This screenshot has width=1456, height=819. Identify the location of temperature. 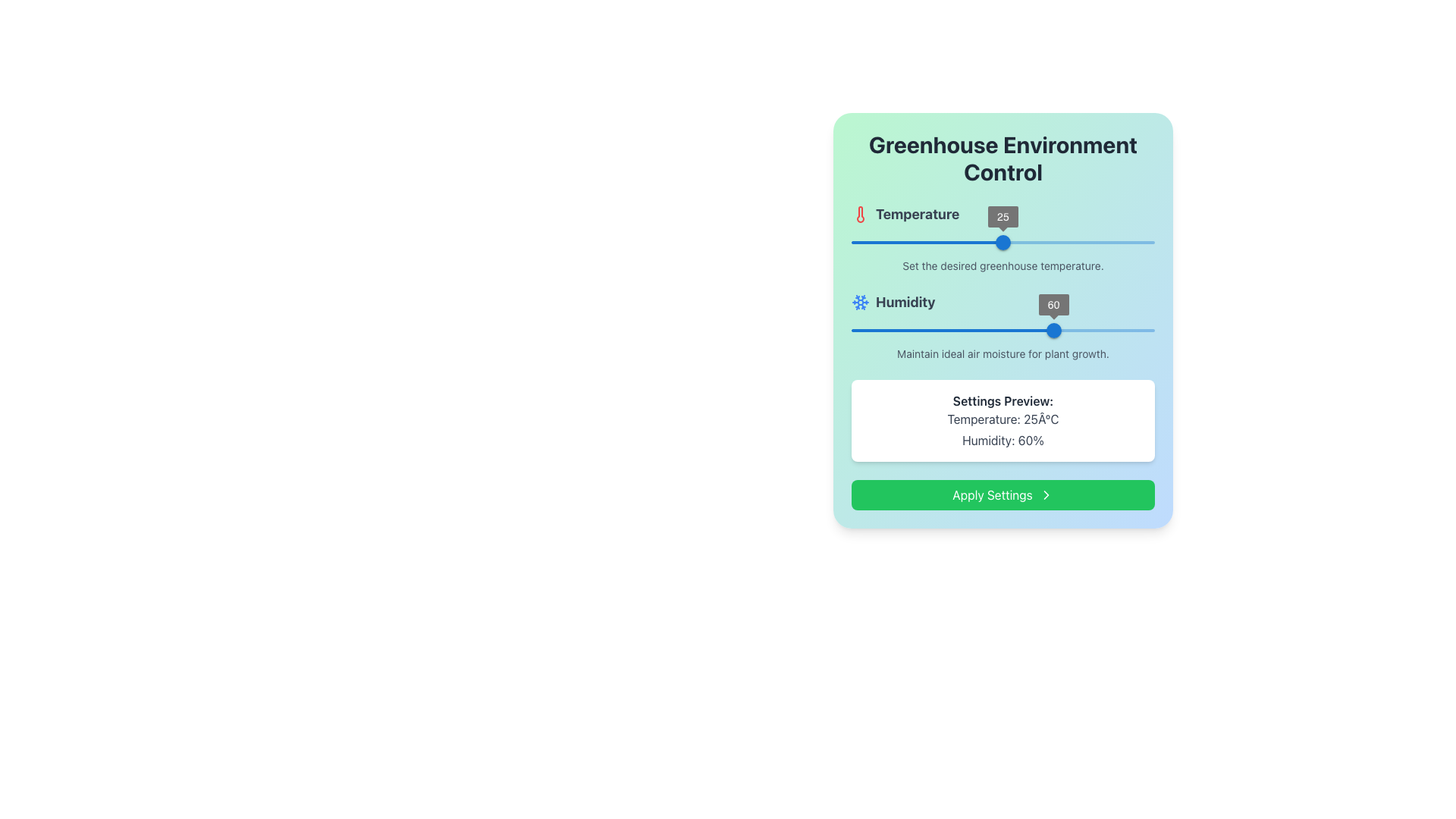
(883, 242).